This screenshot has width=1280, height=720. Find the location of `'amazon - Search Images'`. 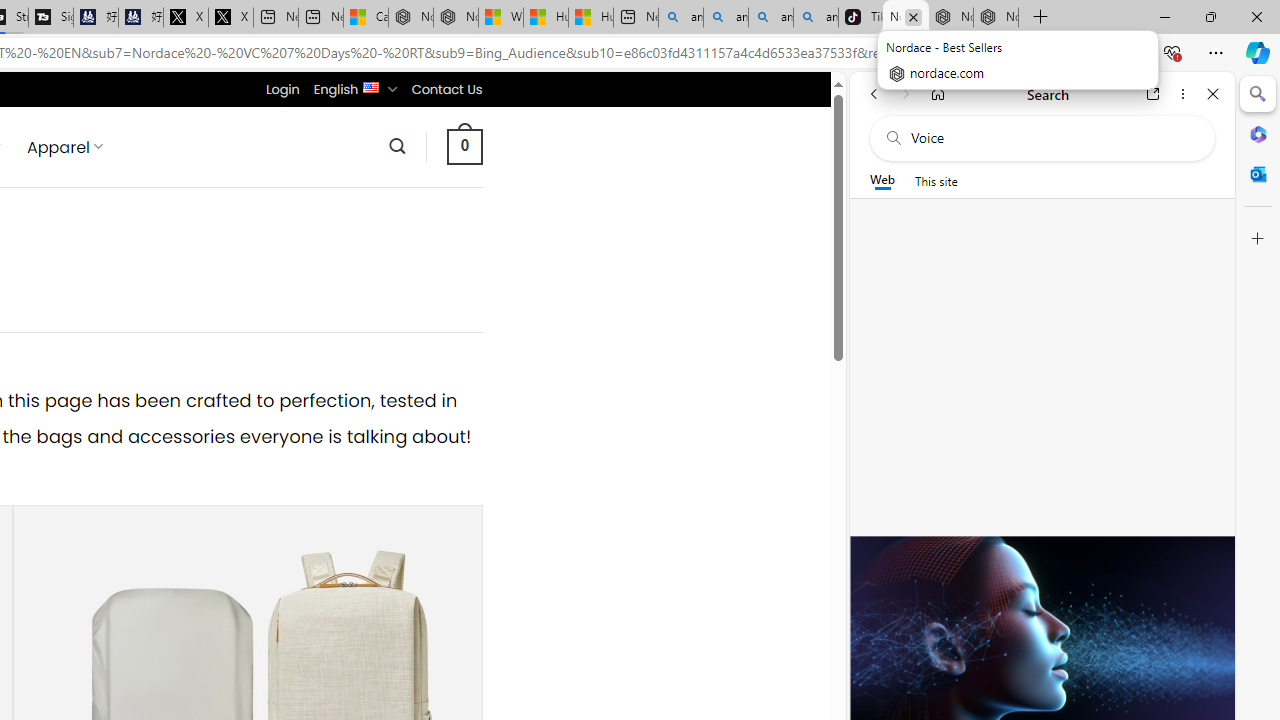

'amazon - Search Images' is located at coordinates (816, 17).